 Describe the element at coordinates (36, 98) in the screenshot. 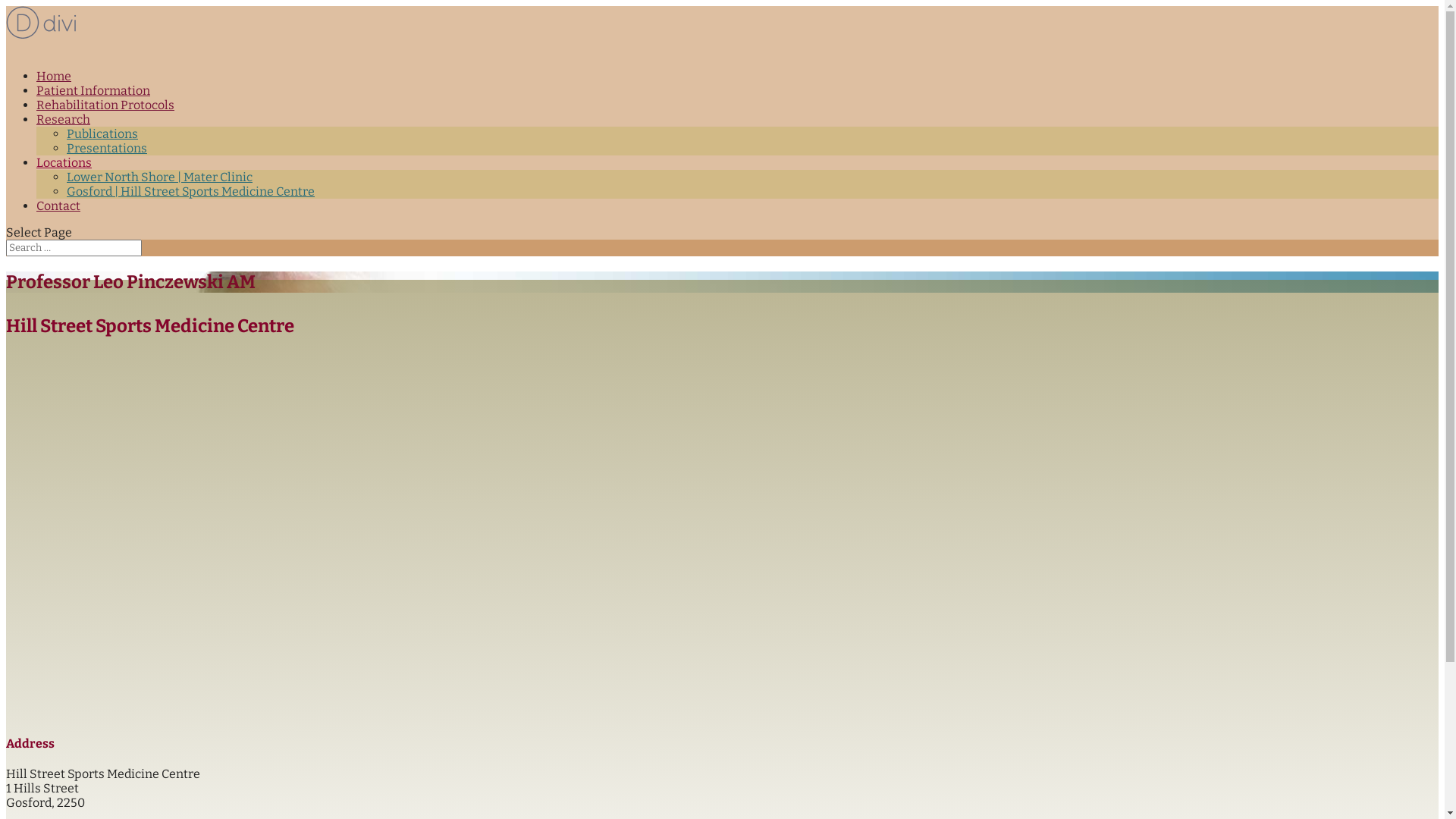

I see `'Patient Information'` at that location.